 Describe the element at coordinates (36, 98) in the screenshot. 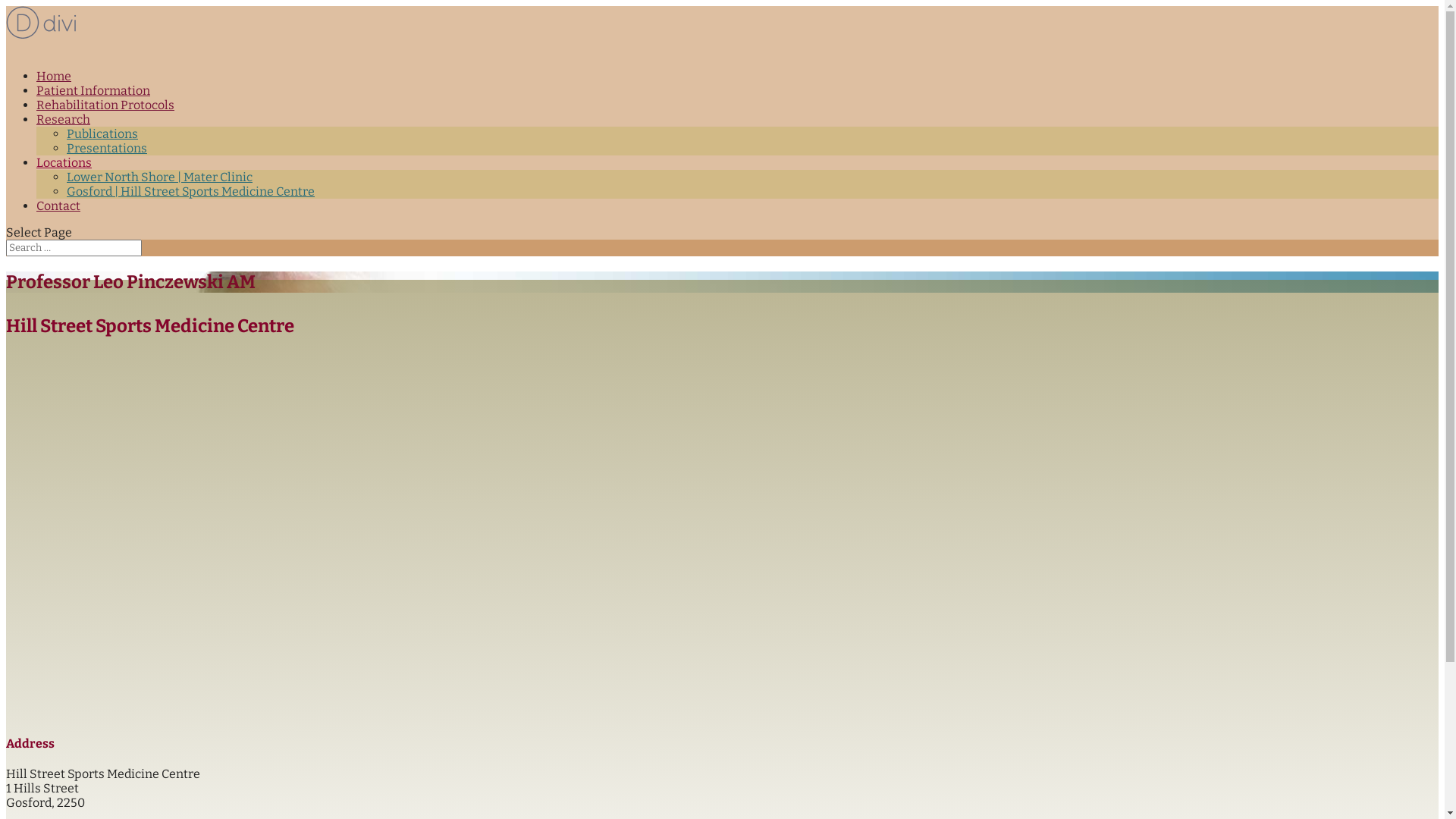

I see `'Patient Information'` at that location.